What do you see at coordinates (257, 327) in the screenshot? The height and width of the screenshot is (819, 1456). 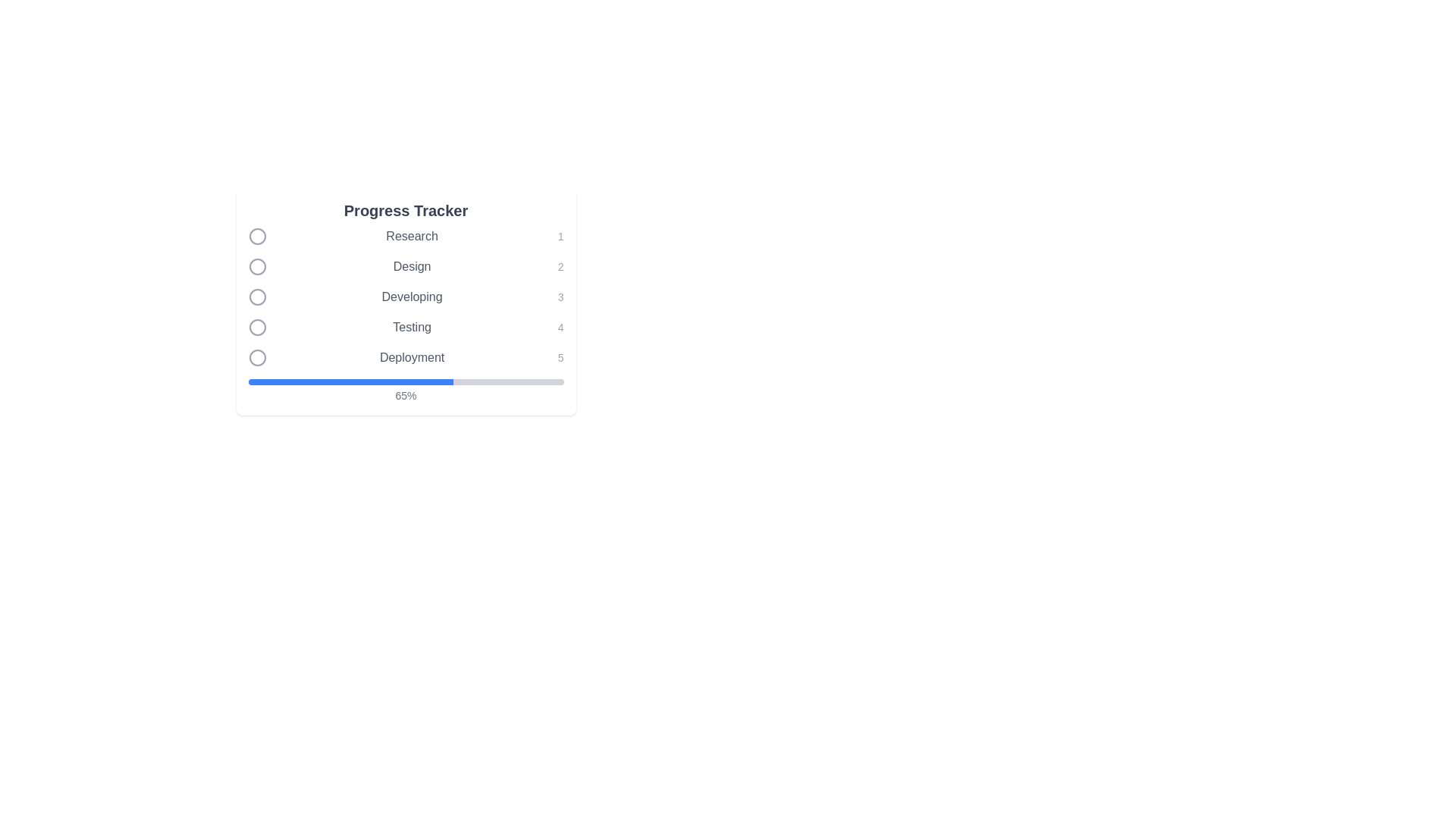 I see `the fourth circular graphic representation element in the progress tracker interface corresponding to the 'Testing' label` at bounding box center [257, 327].